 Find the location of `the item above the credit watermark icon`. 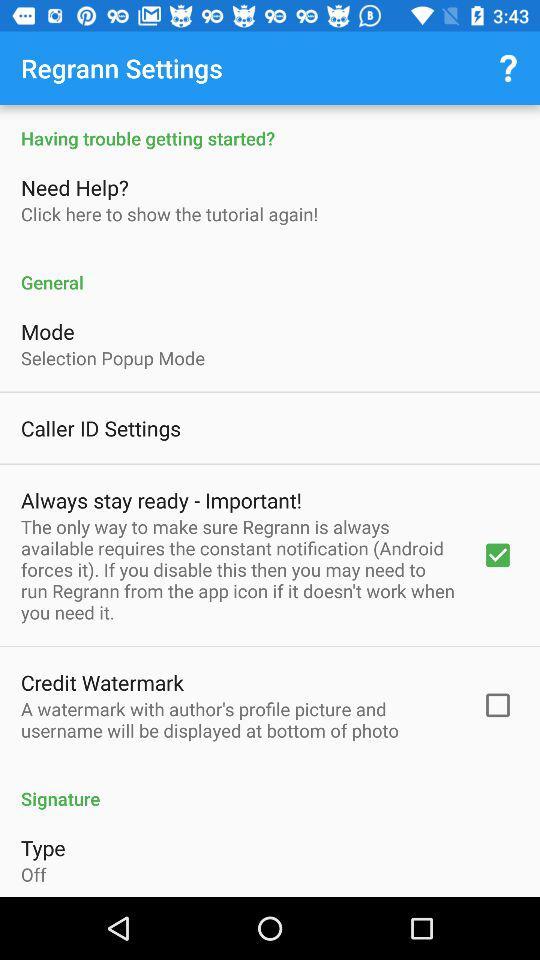

the item above the credit watermark icon is located at coordinates (238, 569).